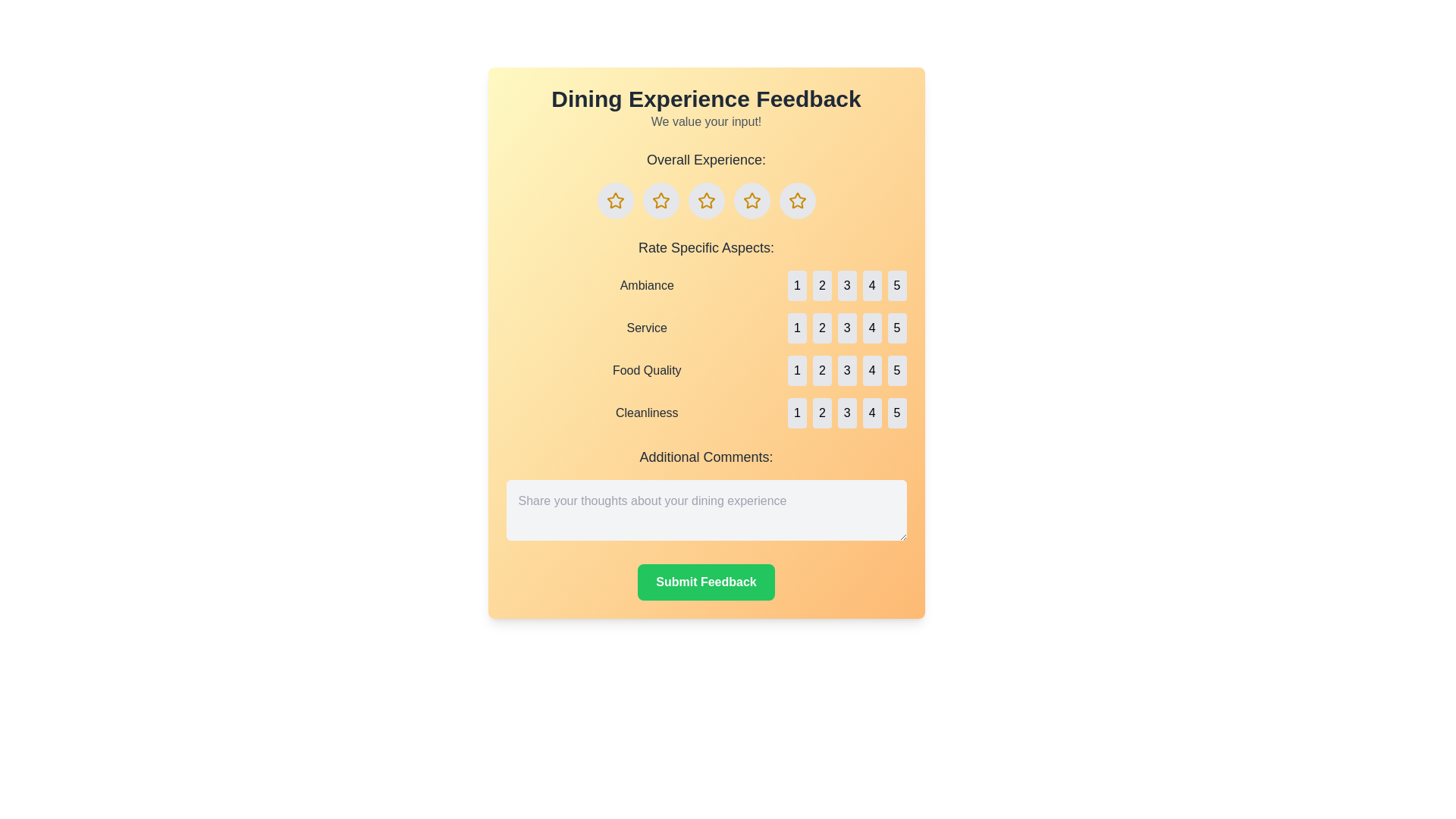 The image size is (1456, 819). What do you see at coordinates (796, 199) in the screenshot?
I see `the fourth star icon in the star rating component` at bounding box center [796, 199].